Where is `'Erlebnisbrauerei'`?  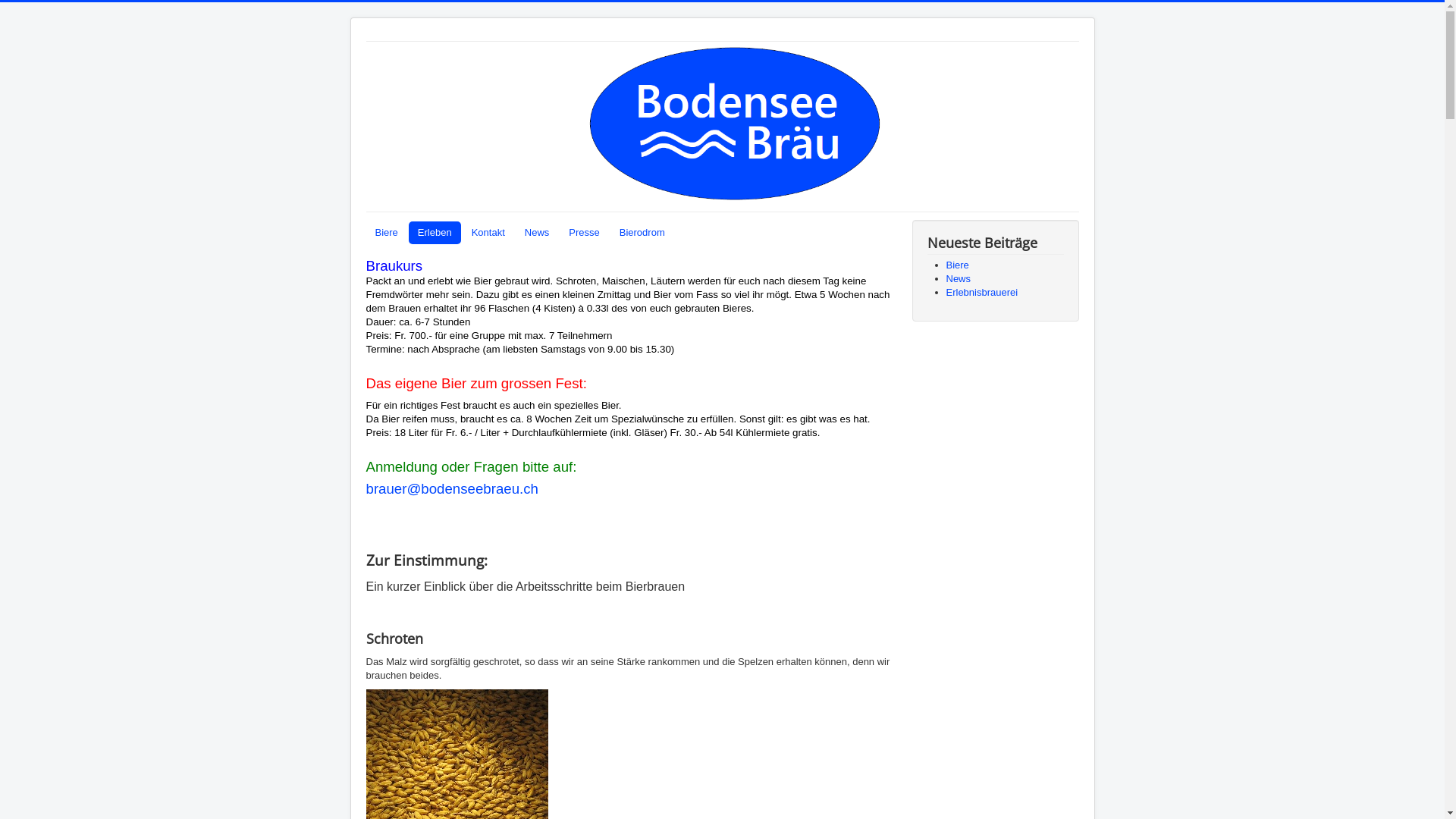 'Erlebnisbrauerei' is located at coordinates (982, 292).